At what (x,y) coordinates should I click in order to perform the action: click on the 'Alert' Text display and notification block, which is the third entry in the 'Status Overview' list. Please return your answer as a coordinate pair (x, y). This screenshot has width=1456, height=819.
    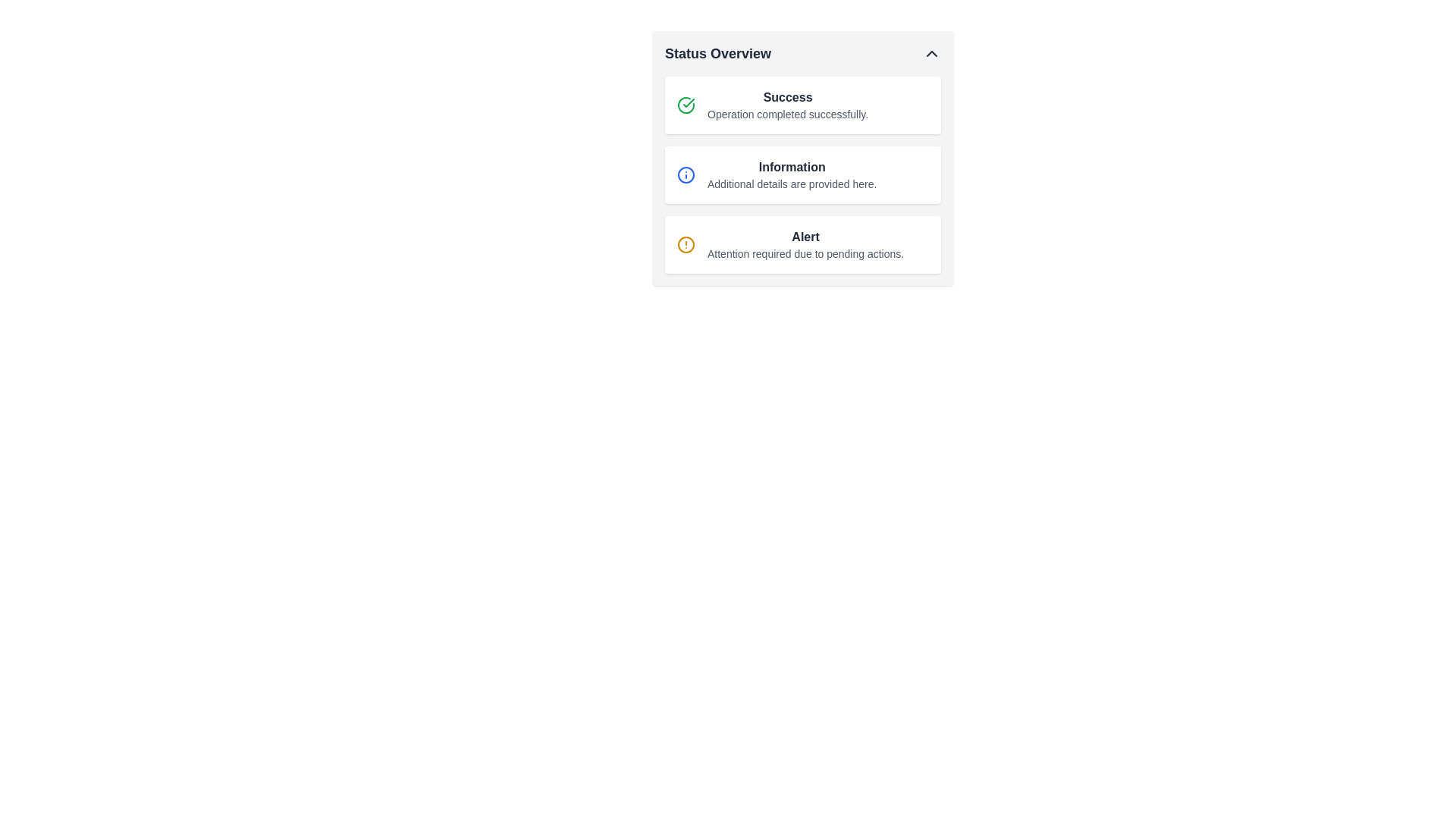
    Looking at the image, I should click on (805, 244).